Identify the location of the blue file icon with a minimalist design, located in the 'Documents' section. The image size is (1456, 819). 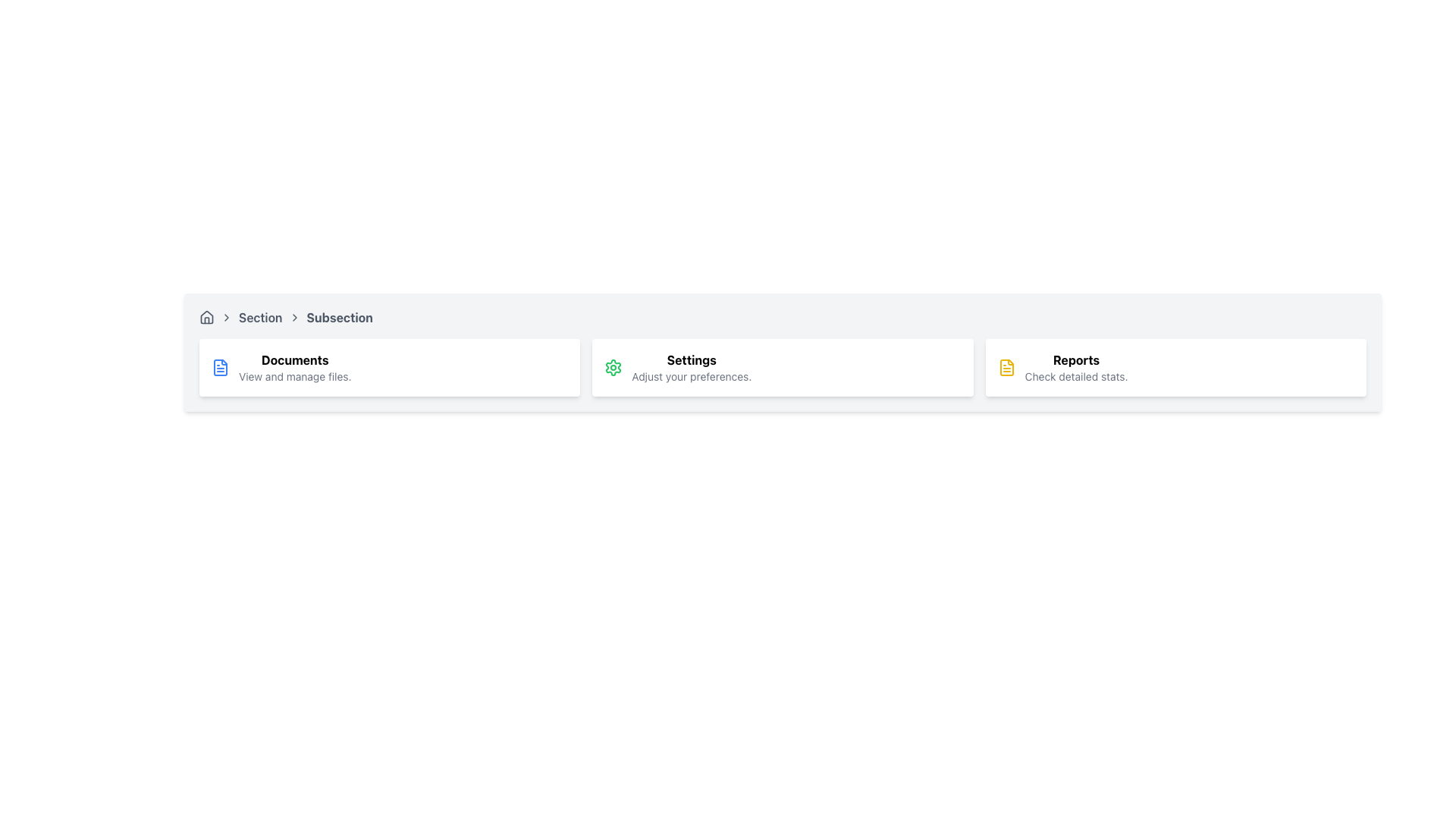
(220, 368).